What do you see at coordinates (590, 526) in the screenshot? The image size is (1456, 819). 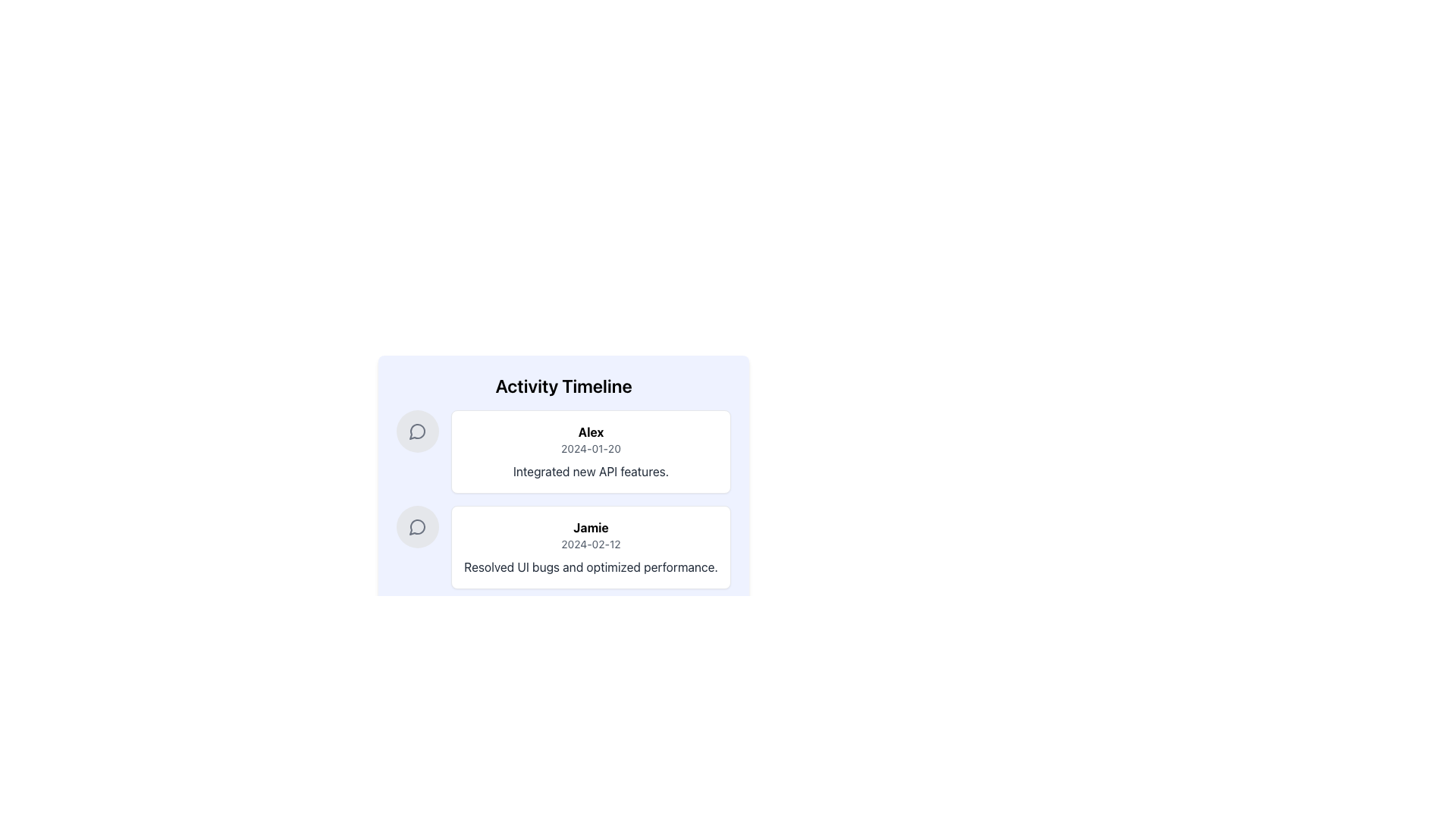 I see `the static text label that identifies a person or entity related to the activity in the second card of the activity timeline, which is located above the date and description` at bounding box center [590, 526].